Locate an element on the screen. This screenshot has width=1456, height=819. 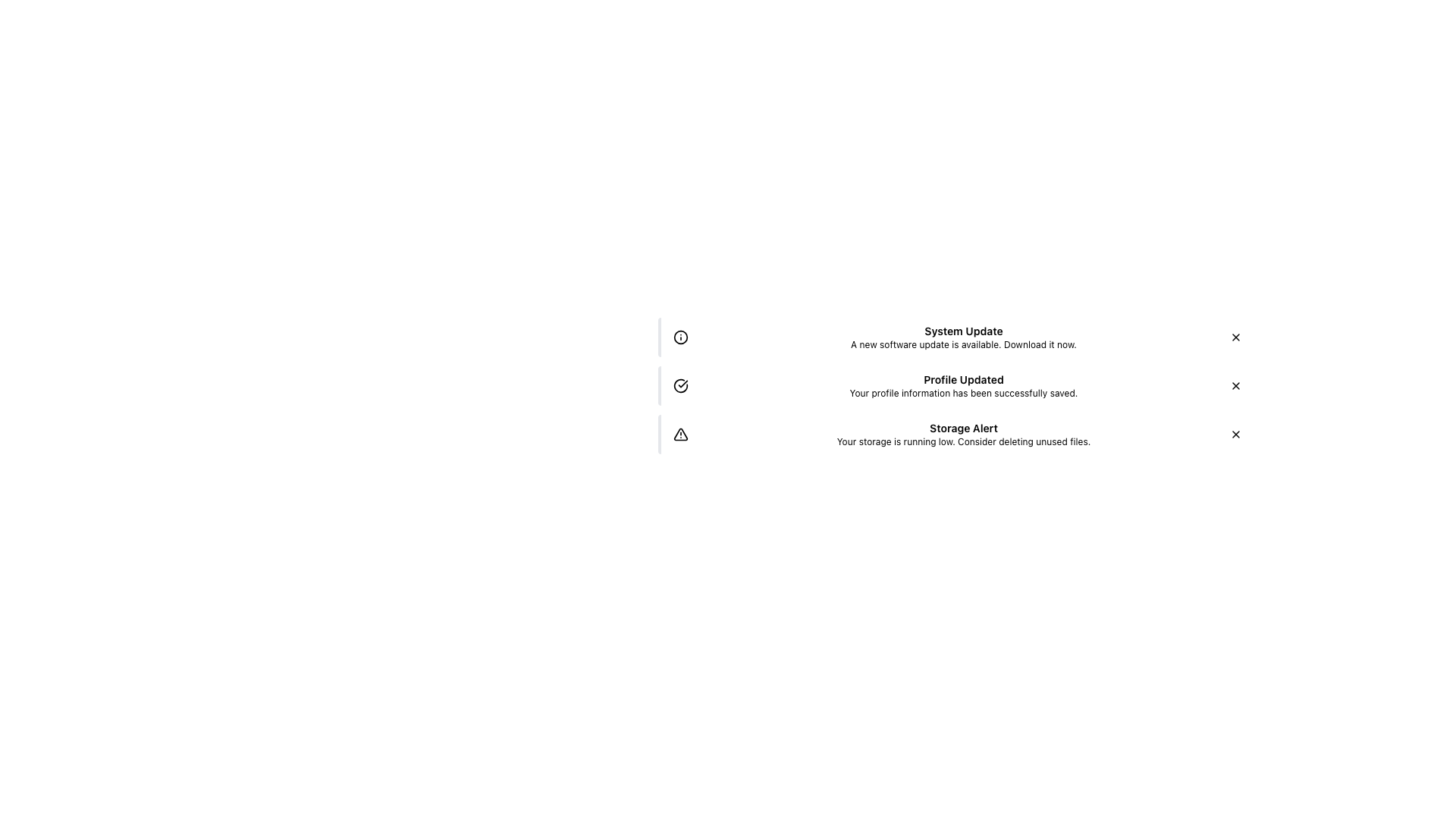
system notification text element displaying 'System Update' and its subtext 'A new software update is available. Download it now.' is located at coordinates (963, 336).